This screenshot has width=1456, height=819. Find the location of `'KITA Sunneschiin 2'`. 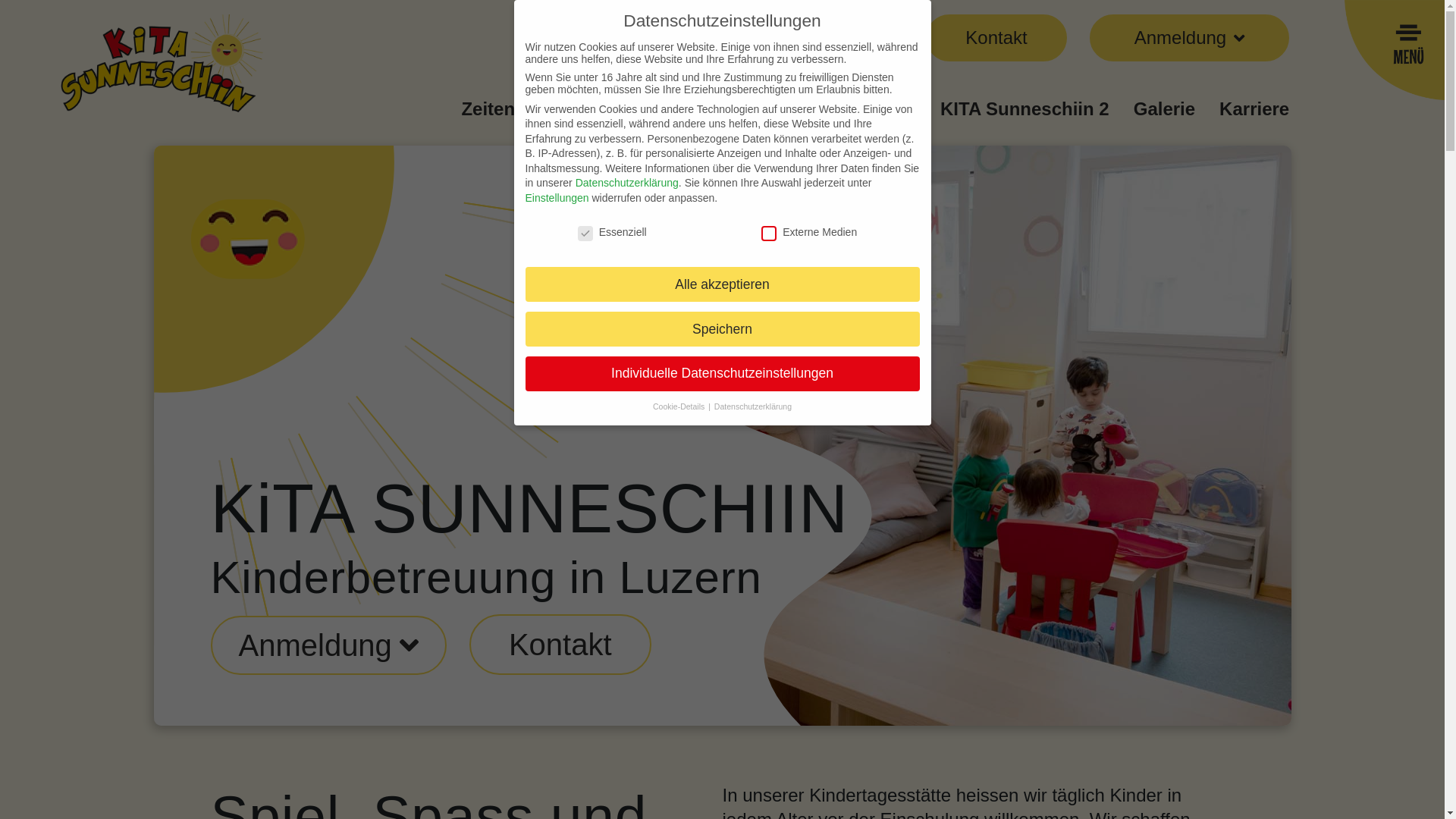

'KITA Sunneschiin 2' is located at coordinates (1025, 108).